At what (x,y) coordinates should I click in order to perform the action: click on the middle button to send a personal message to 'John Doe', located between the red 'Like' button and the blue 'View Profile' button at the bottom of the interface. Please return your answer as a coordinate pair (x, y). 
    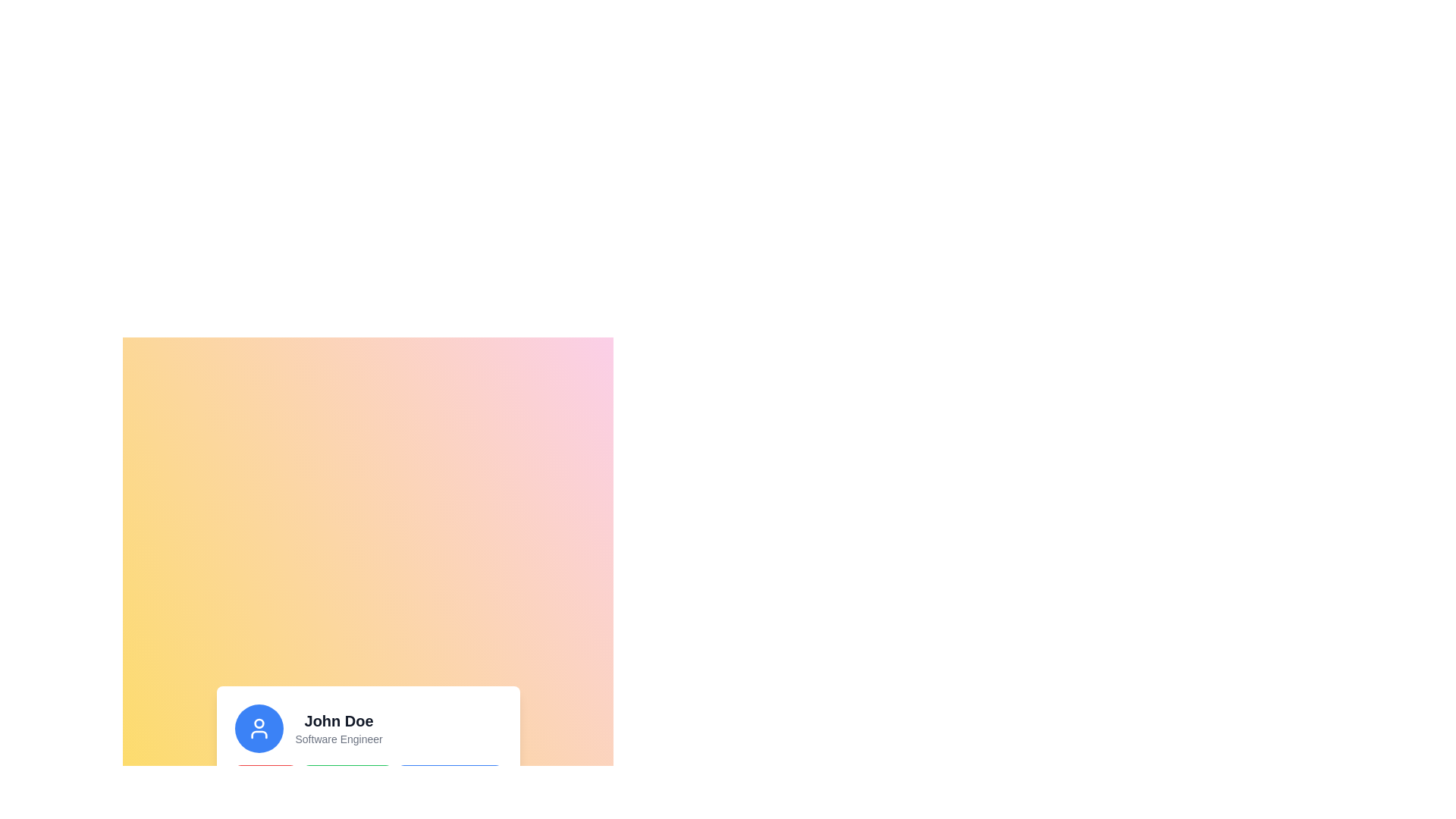
    Looking at the image, I should click on (347, 777).